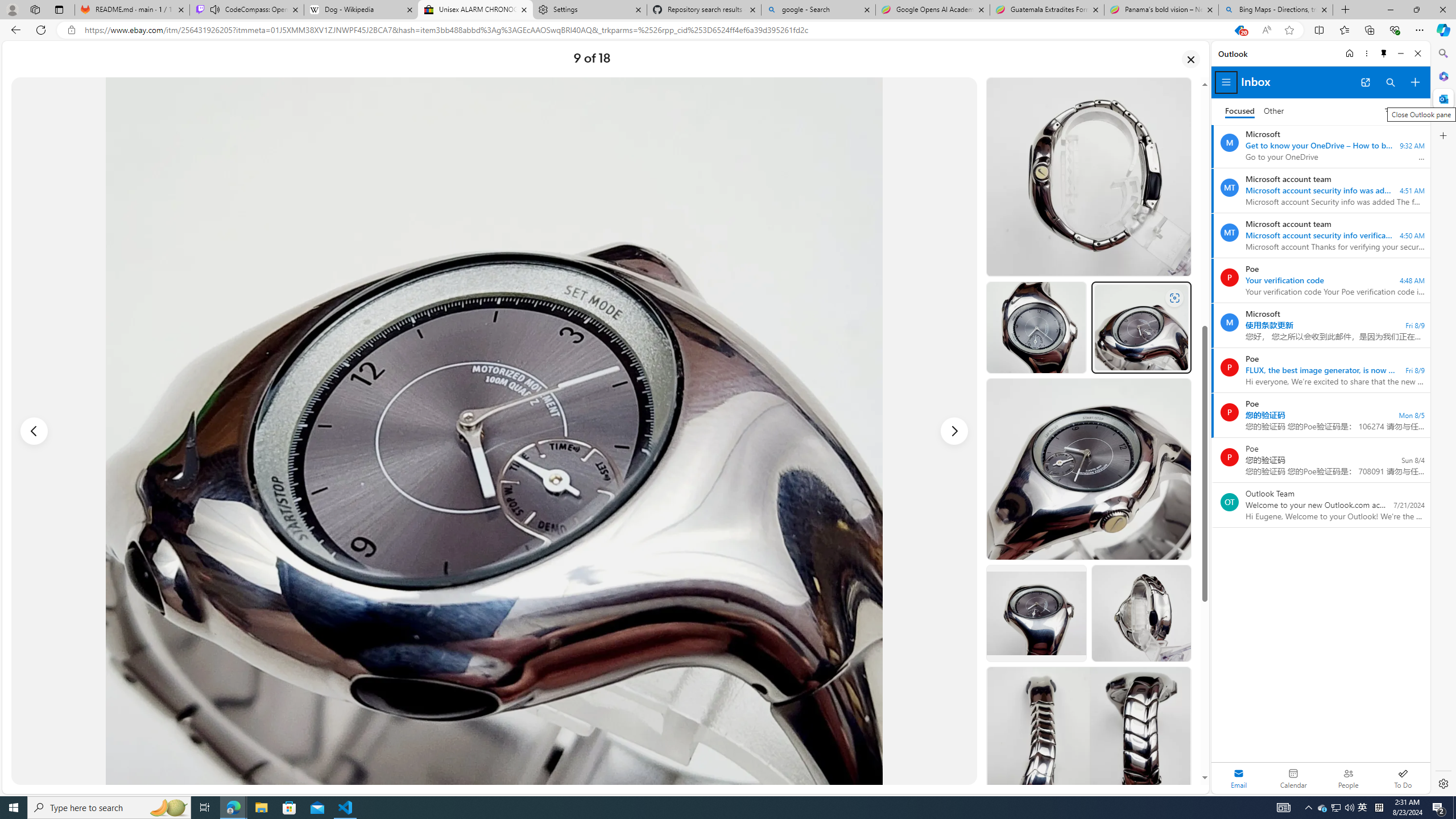 This screenshot has width=1456, height=819. I want to click on 'Folder navigation', so click(1226, 82).